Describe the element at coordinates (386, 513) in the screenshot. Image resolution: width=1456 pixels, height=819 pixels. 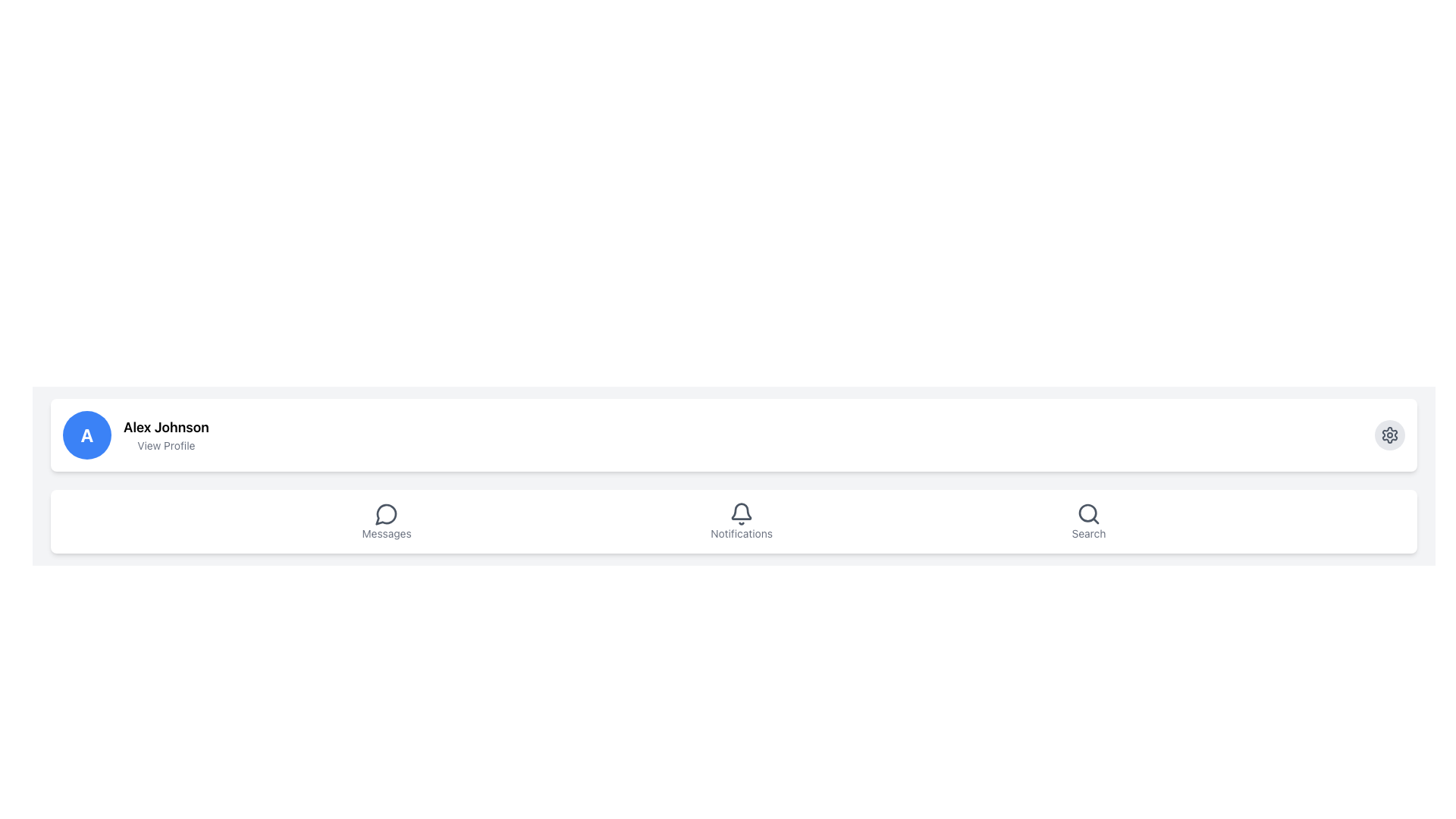
I see `the internal detail of the speech bubble icon associated with the 'Messages' label, located in the bottom navigation bar` at that location.